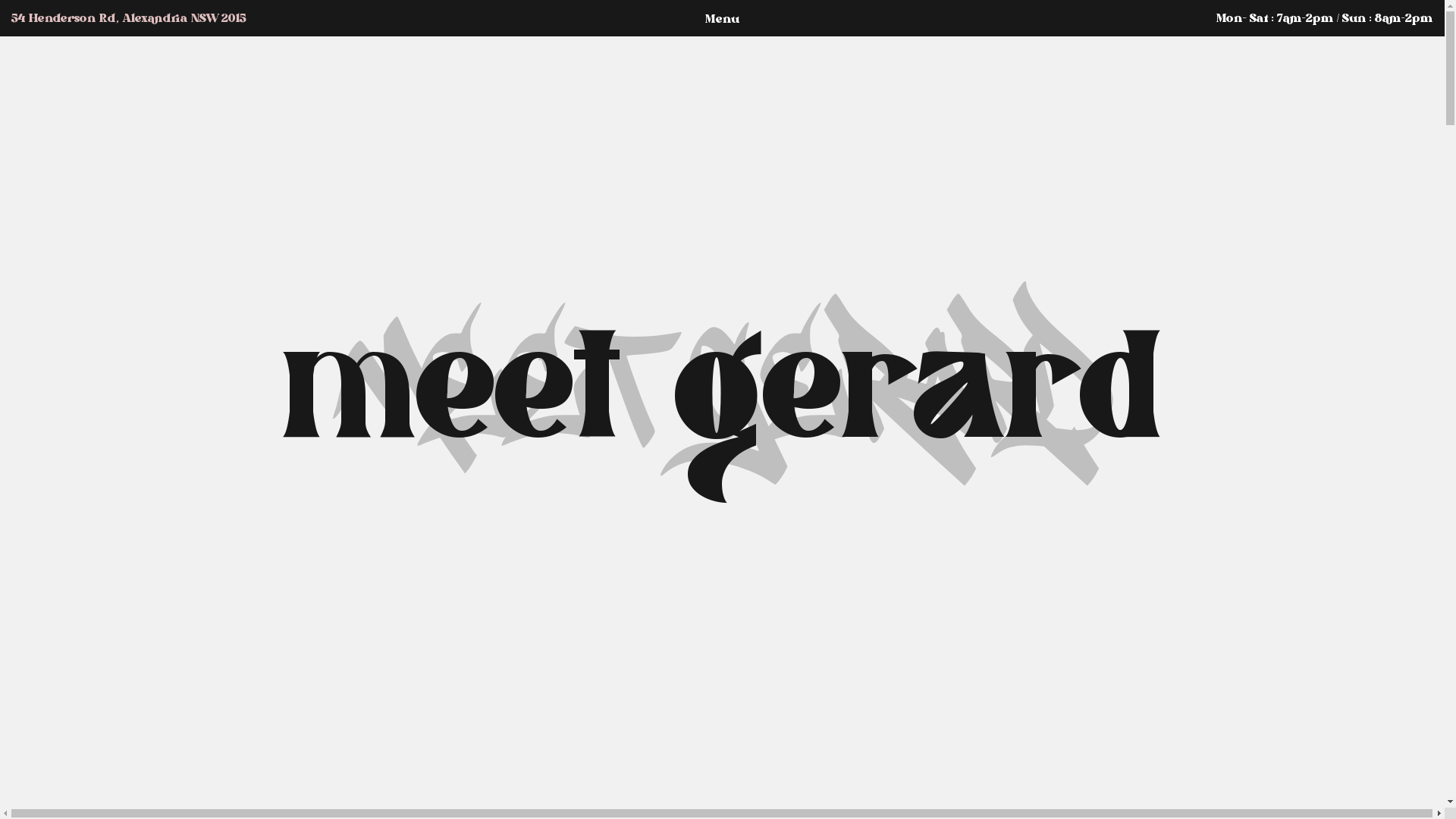 The width and height of the screenshot is (1456, 819). I want to click on 'Menu', so click(721, 20).